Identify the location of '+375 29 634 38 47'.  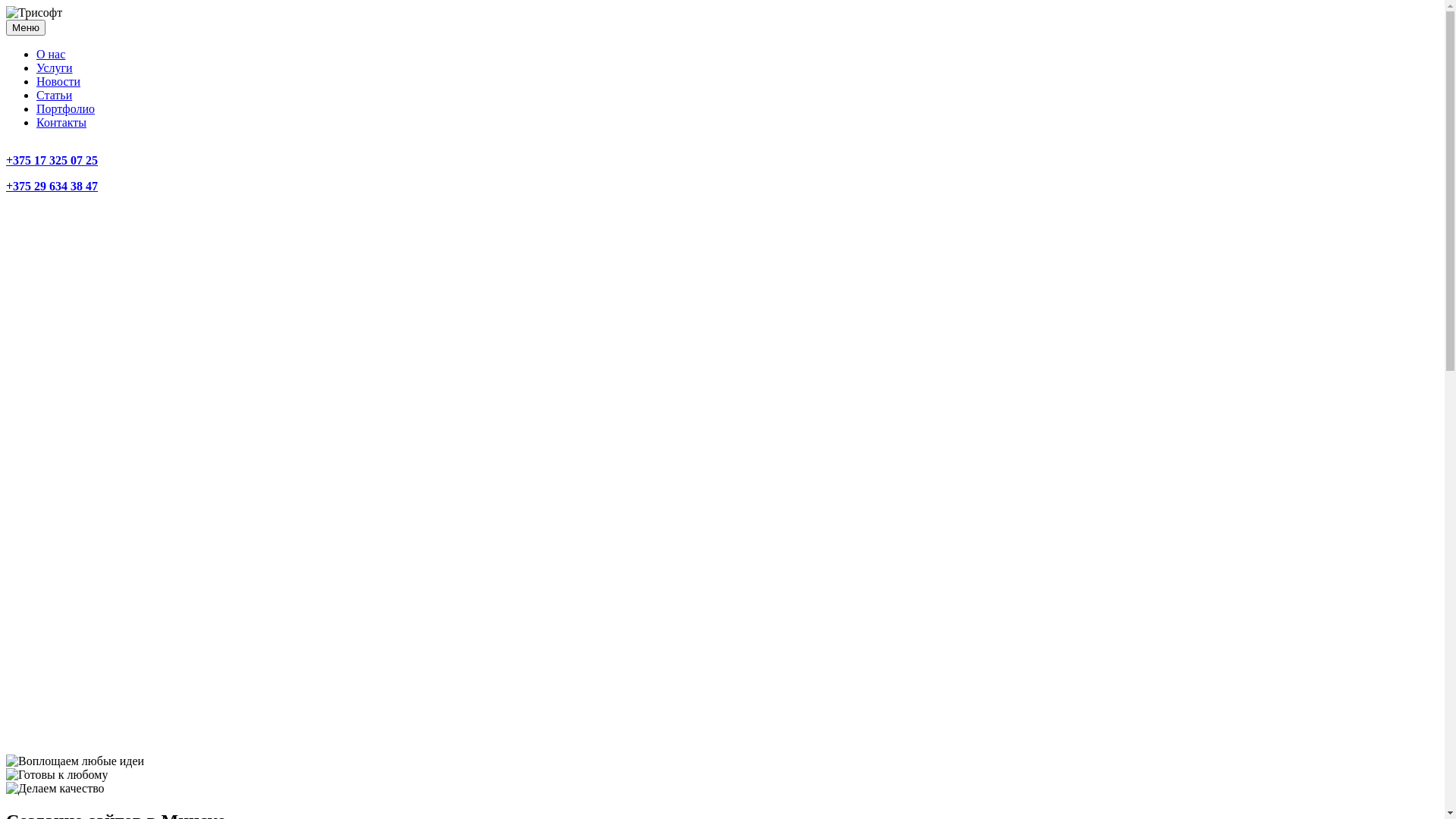
(52, 185).